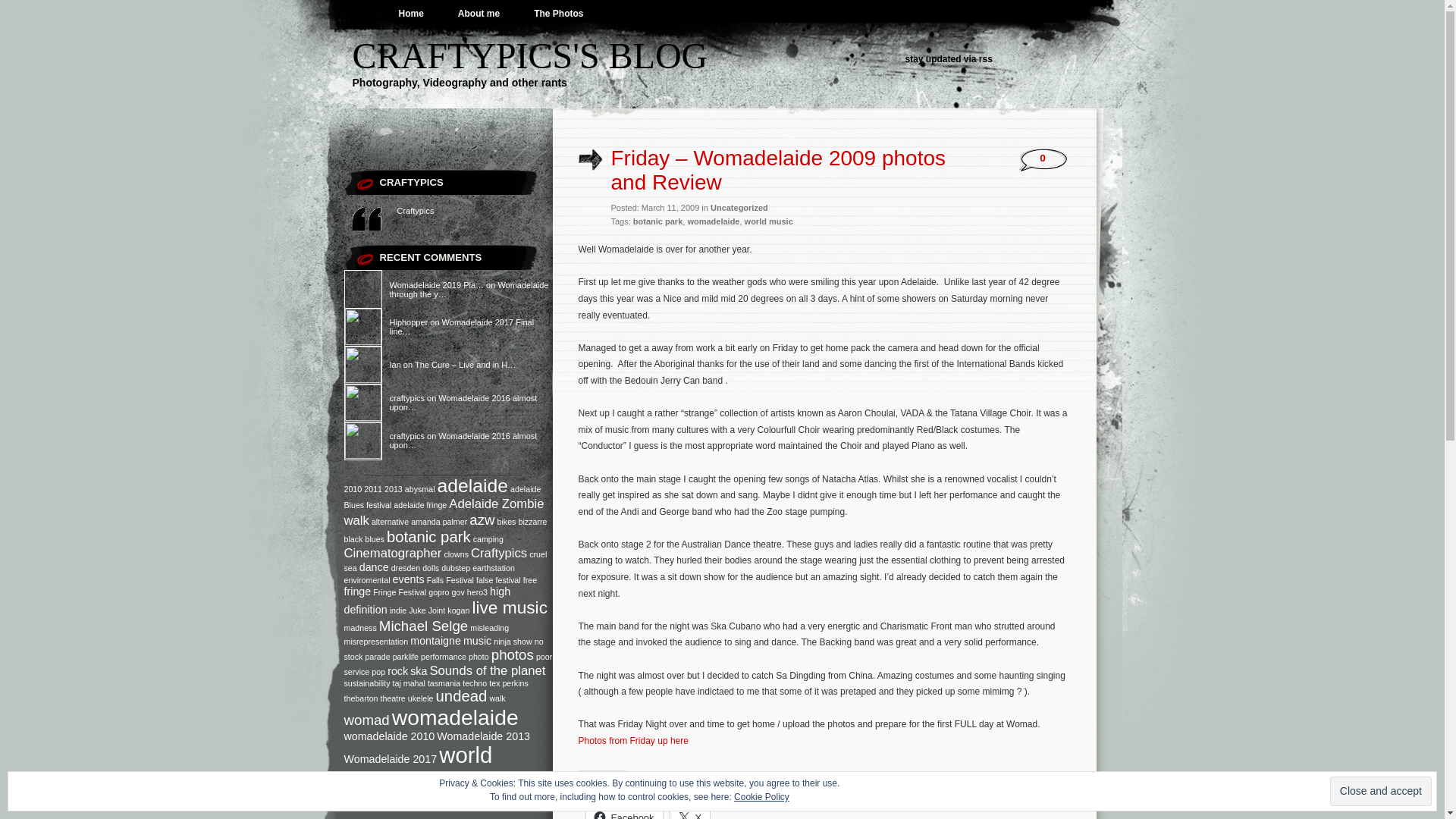 The image size is (1456, 819). I want to click on 'camping', so click(472, 538).